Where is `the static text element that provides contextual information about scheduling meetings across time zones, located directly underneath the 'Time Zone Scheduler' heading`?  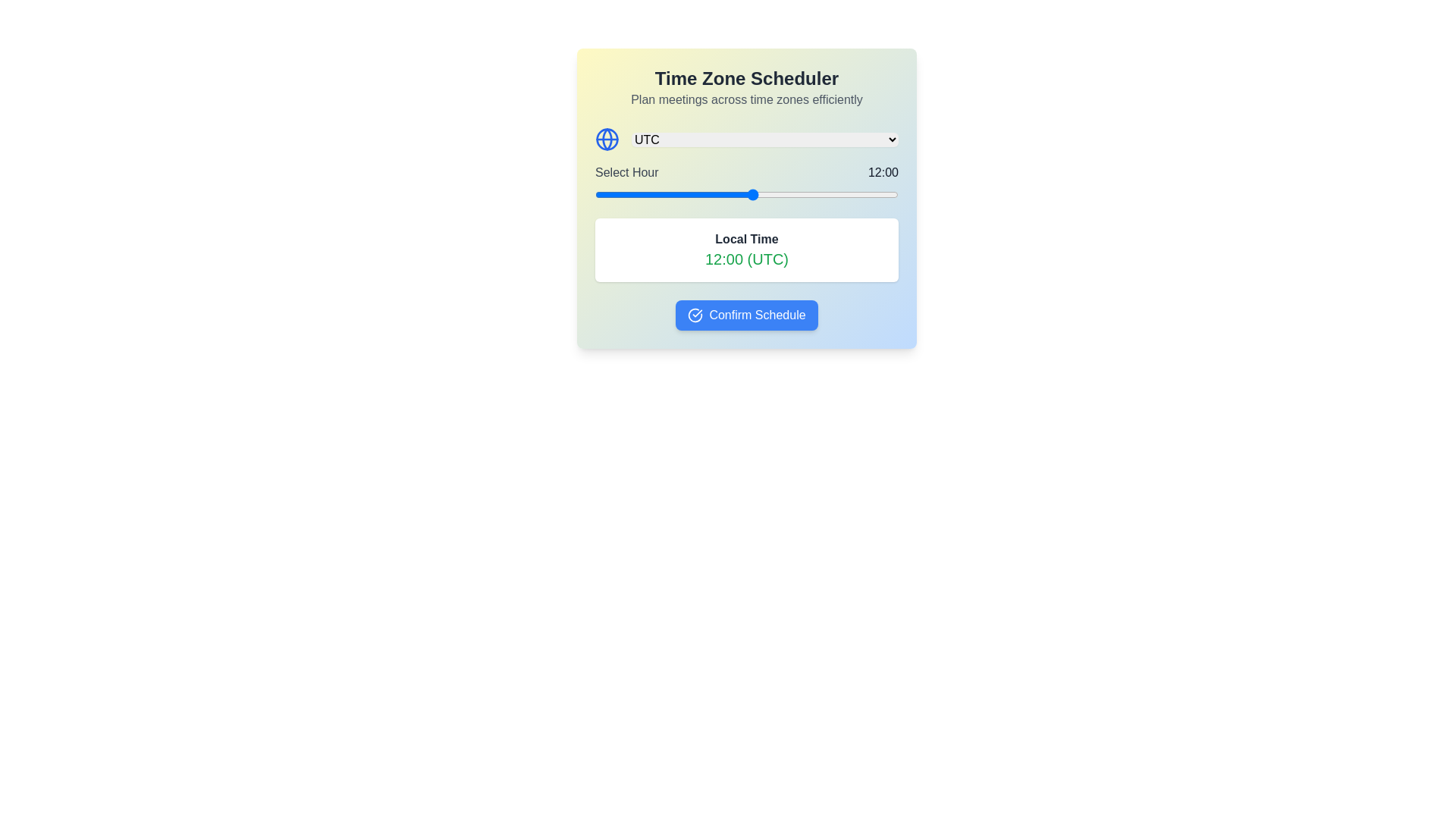 the static text element that provides contextual information about scheduling meetings across time zones, located directly underneath the 'Time Zone Scheduler' heading is located at coordinates (746, 99).